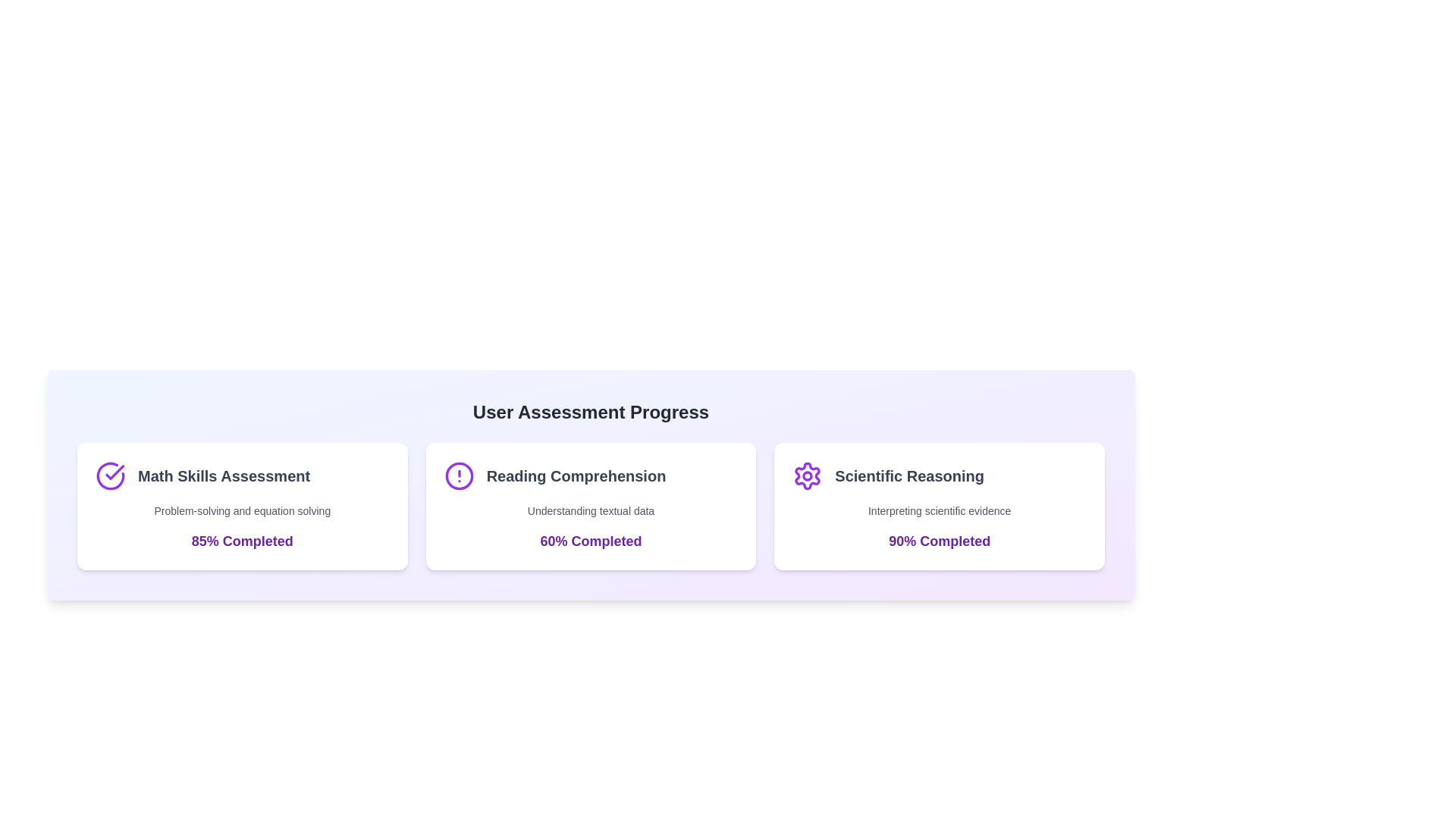 Image resolution: width=1456 pixels, height=819 pixels. I want to click on displayed information on the progress indicator card for the 'Scientific Reasoning' assessment, which is the third card in a horizontal layout of three cards, so click(939, 506).